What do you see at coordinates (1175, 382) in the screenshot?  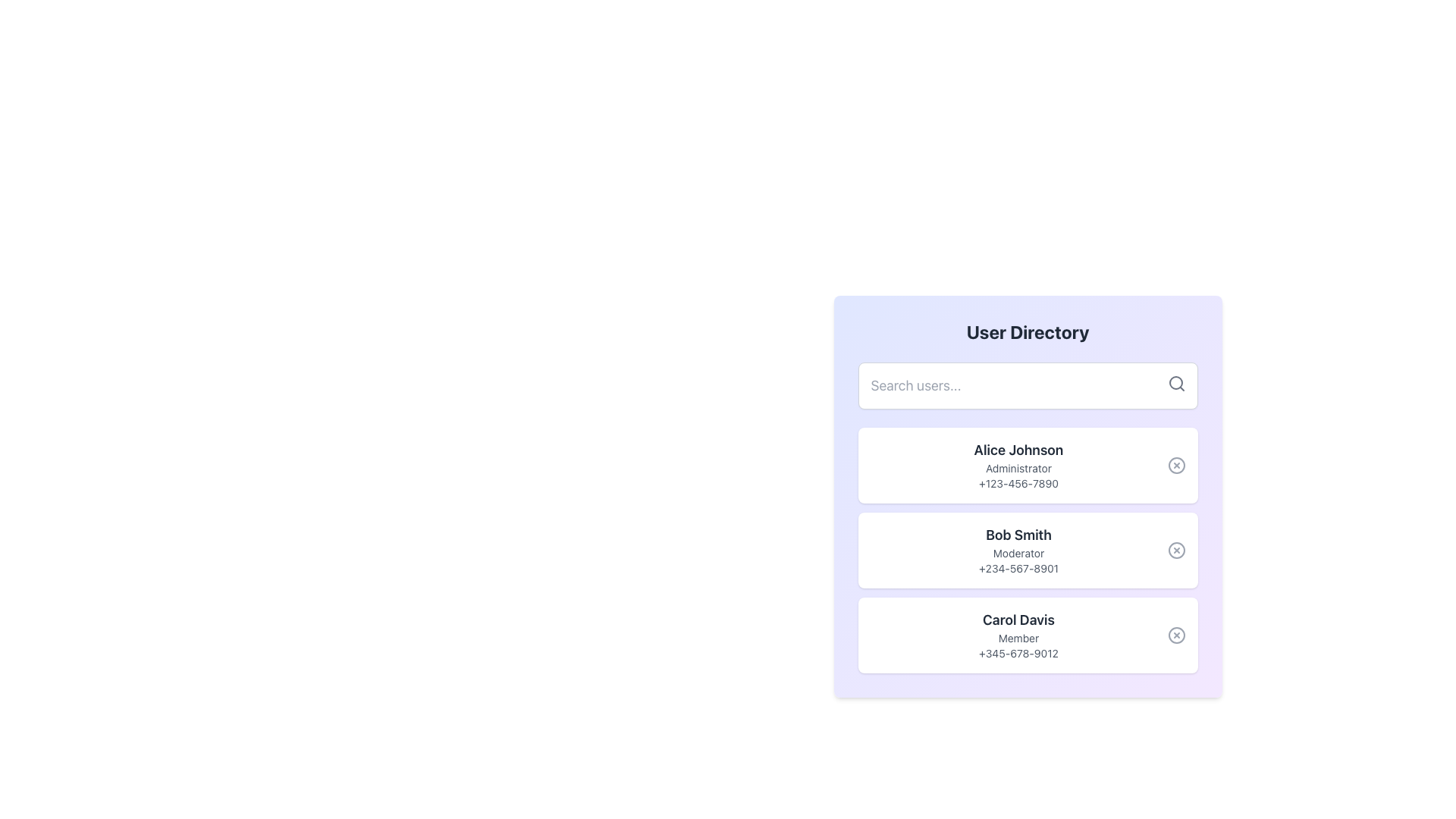 I see `the magnifying glass icon inside the 'User Directory' search bar labeled 'Search users...'` at bounding box center [1175, 382].